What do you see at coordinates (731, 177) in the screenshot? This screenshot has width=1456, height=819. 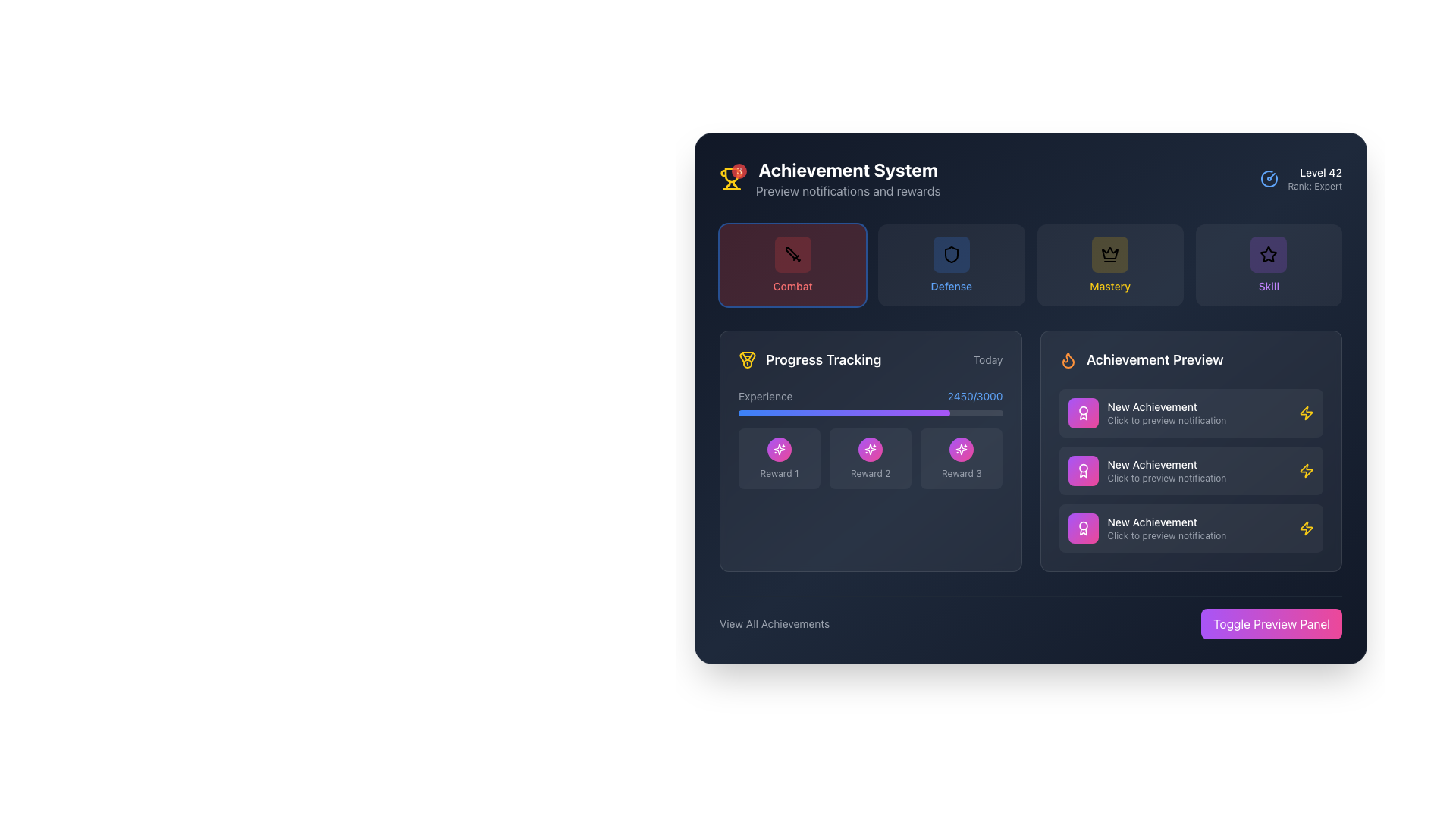 I see `the content of the Notification badge, which is a small red badge with the number '3' located at the top-right of the trophy icon in the Achievement System interface` at bounding box center [731, 177].